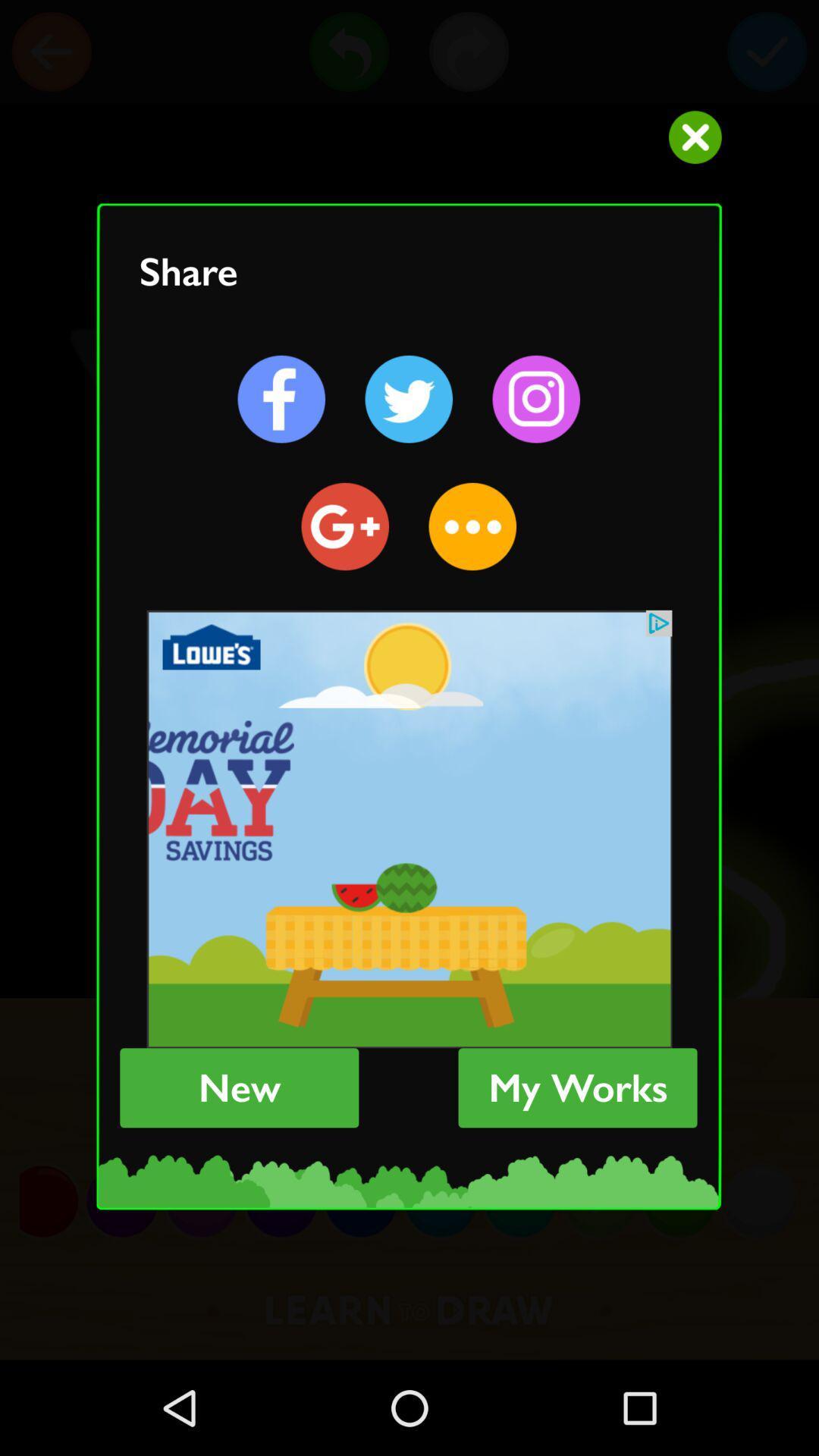  What do you see at coordinates (695, 137) in the screenshot?
I see `the close icon` at bounding box center [695, 137].